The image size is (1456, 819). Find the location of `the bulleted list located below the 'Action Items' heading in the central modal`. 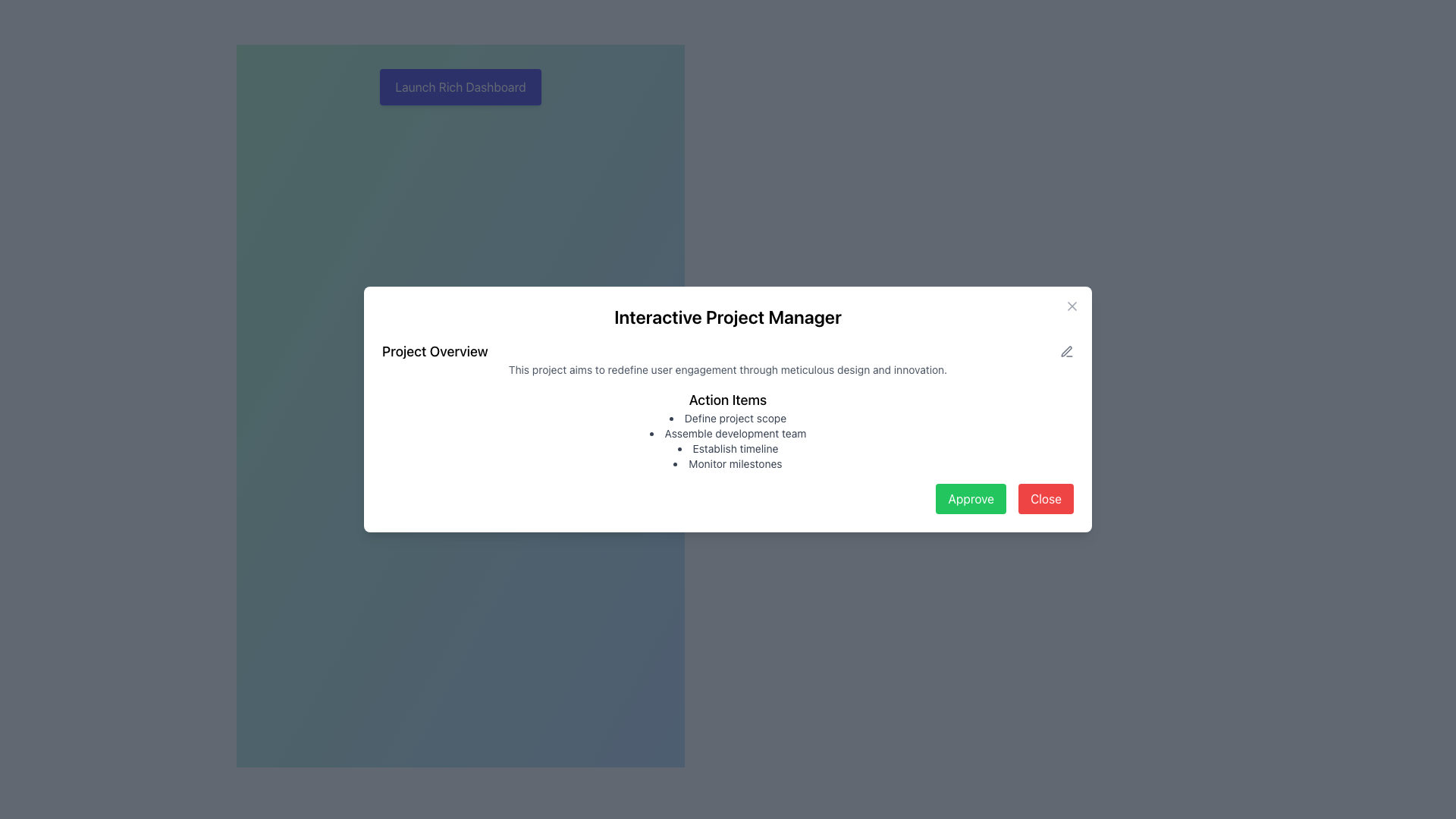

the bulleted list located below the 'Action Items' heading in the central modal is located at coordinates (728, 441).